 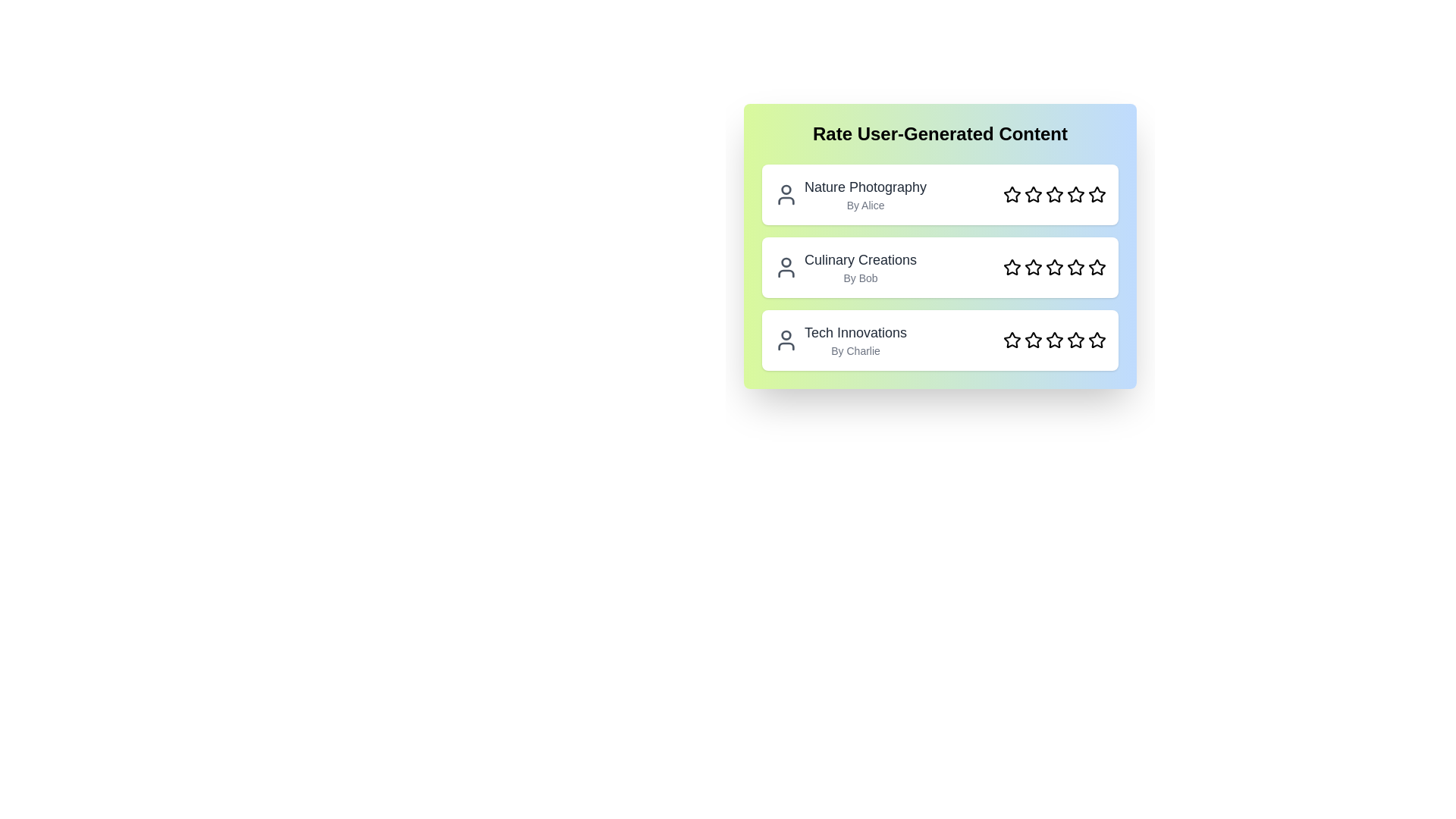 I want to click on the star corresponding to the rating 4 for the content Nature Photography, so click(x=1075, y=194).